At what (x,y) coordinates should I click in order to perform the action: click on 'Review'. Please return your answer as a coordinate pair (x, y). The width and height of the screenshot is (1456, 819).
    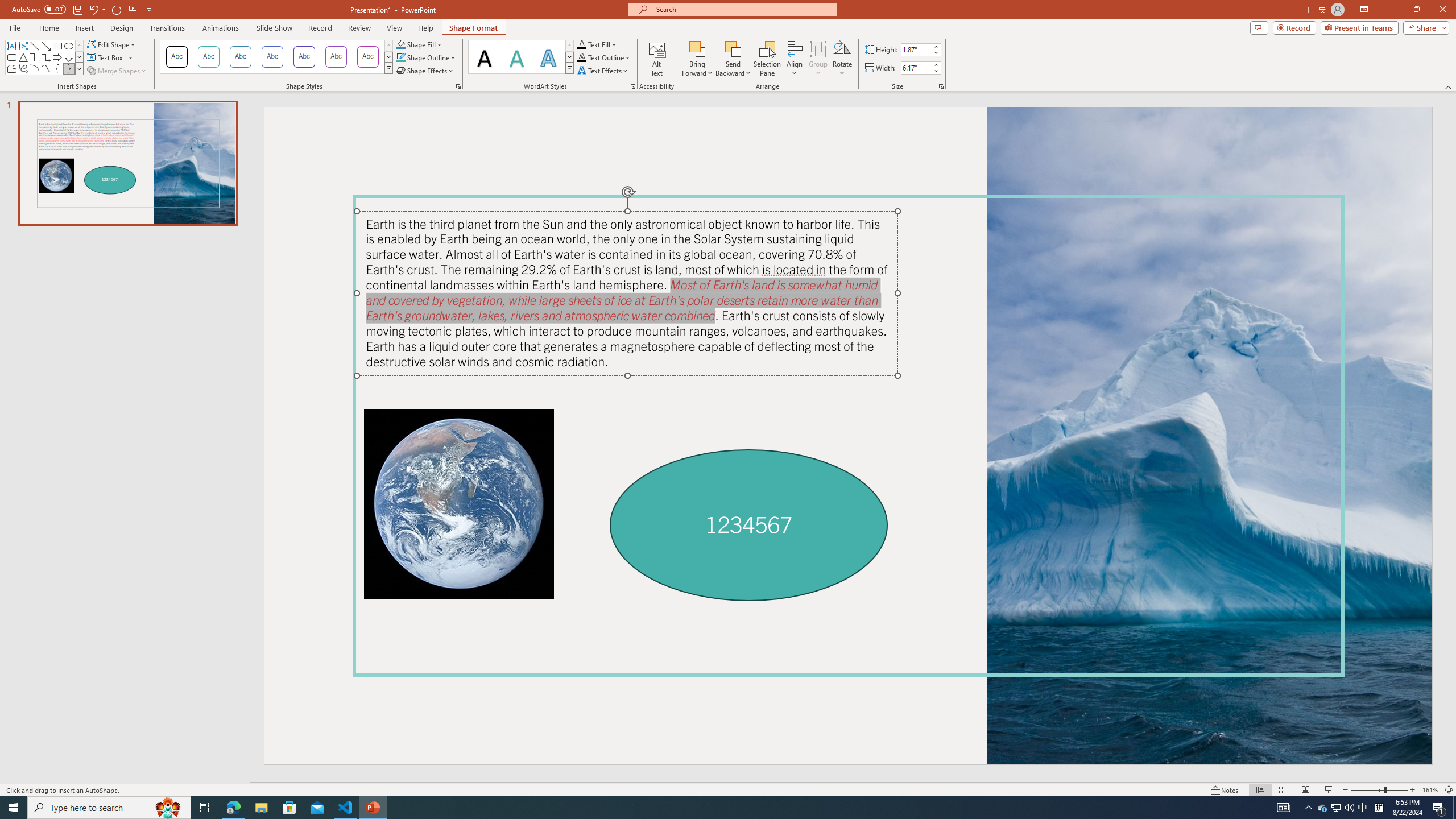
    Looking at the image, I should click on (359, 28).